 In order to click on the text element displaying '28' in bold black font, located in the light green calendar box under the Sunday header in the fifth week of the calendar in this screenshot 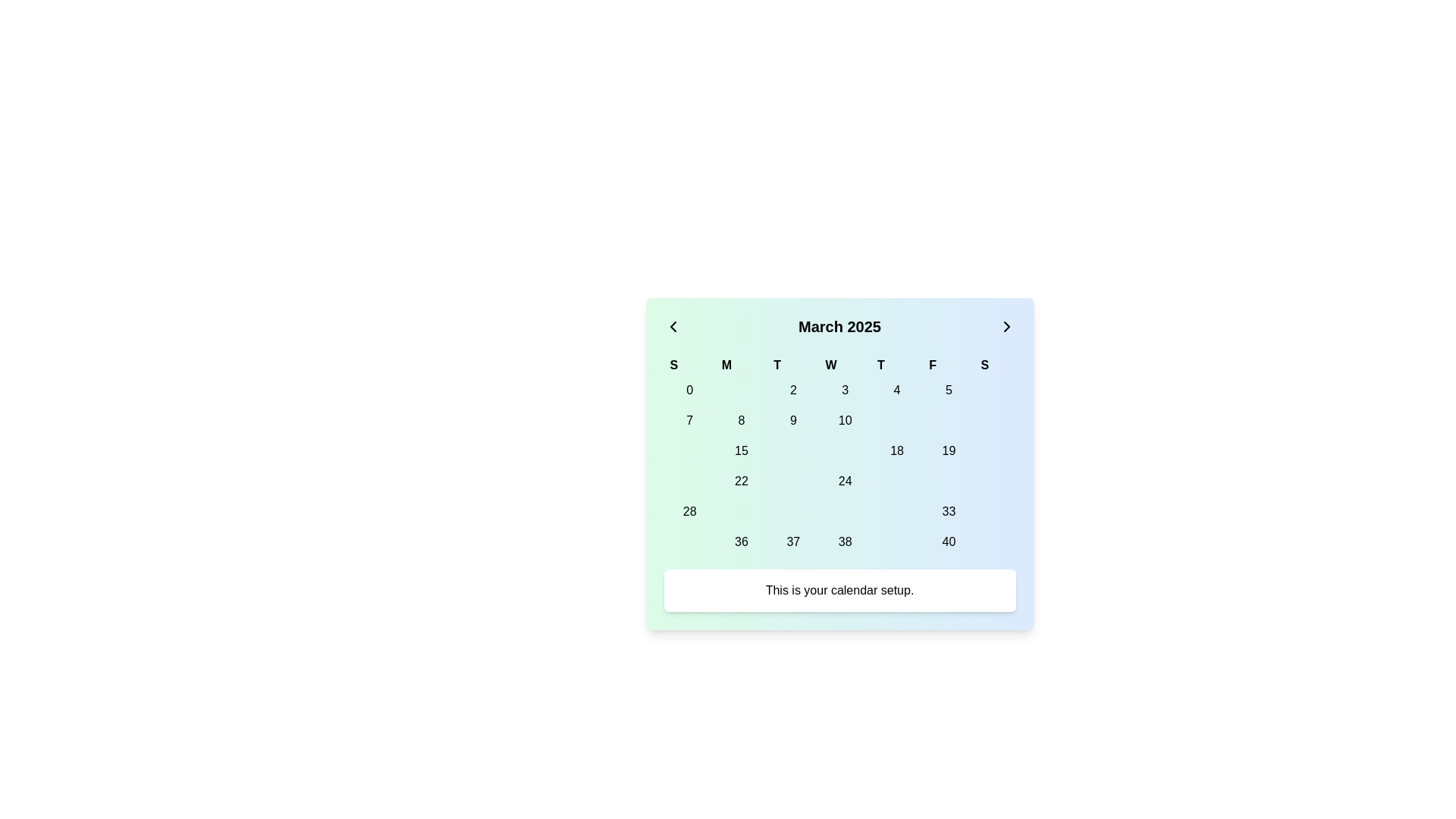, I will do `click(689, 512)`.